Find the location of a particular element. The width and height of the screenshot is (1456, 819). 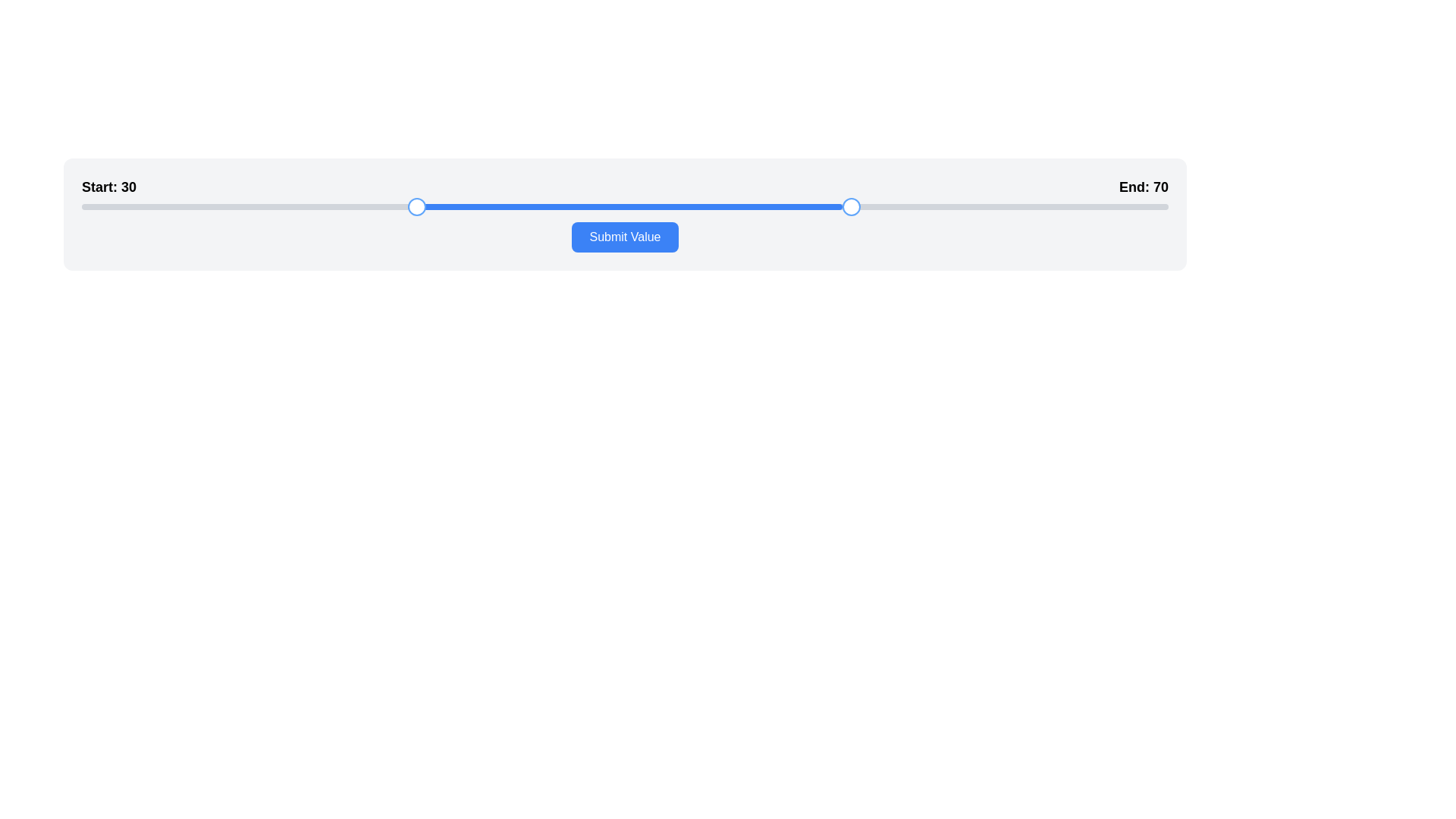

the slider thumb is located at coordinates (341, 207).